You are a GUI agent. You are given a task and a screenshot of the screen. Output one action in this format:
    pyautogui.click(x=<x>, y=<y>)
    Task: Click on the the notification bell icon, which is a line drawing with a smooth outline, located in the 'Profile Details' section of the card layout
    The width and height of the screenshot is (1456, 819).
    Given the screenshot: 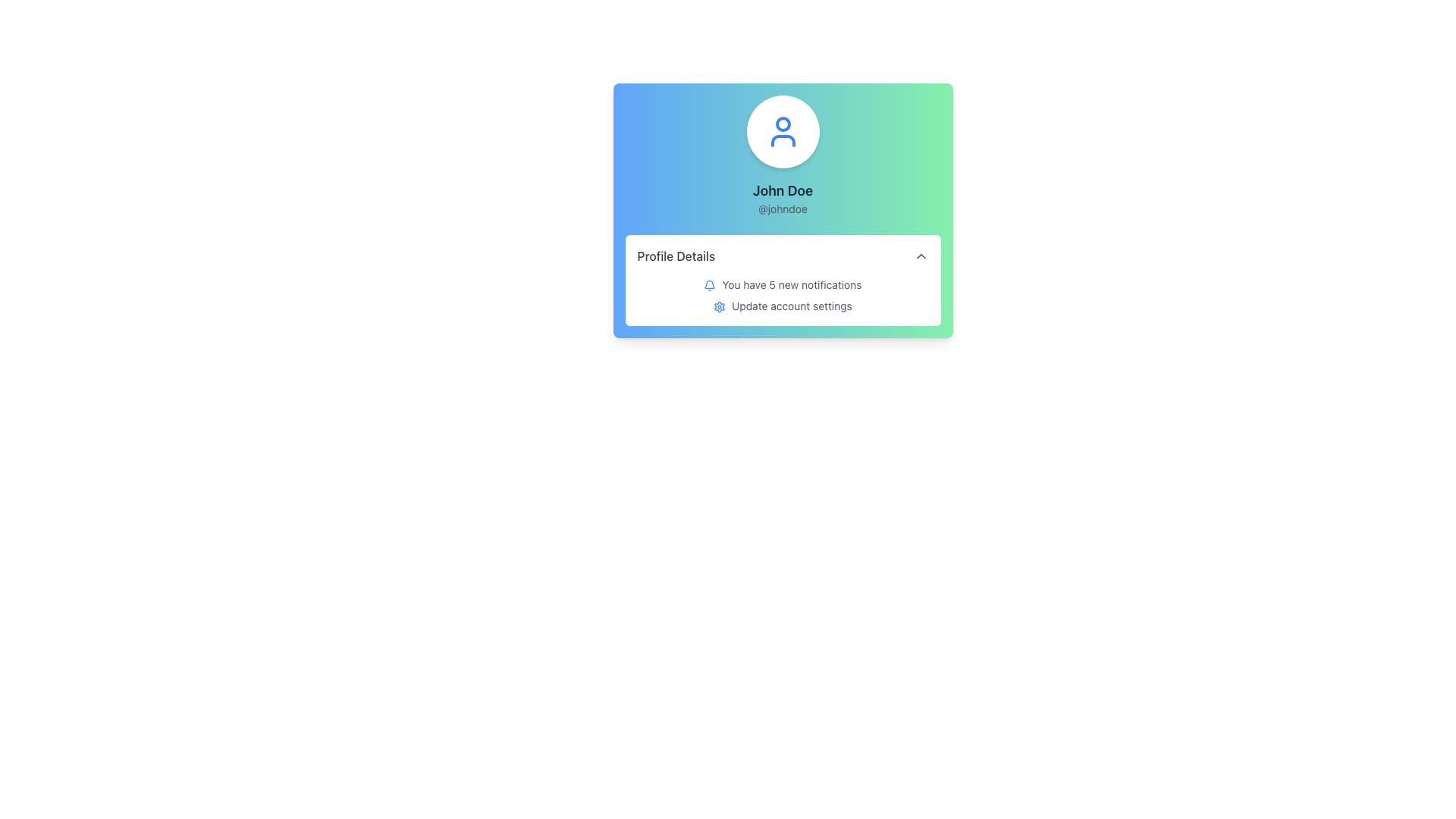 What is the action you would take?
    pyautogui.click(x=709, y=284)
    